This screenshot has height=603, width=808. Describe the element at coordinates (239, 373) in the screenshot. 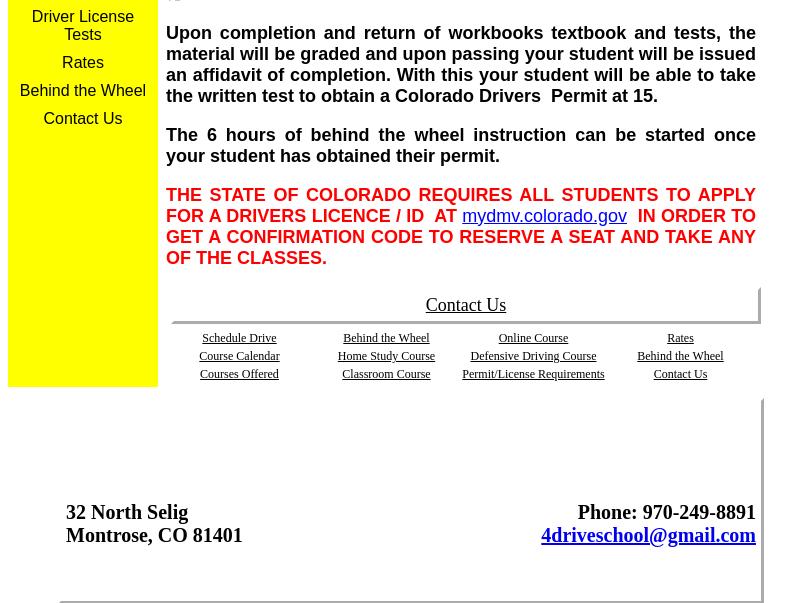

I see `'Courses Offered'` at that location.